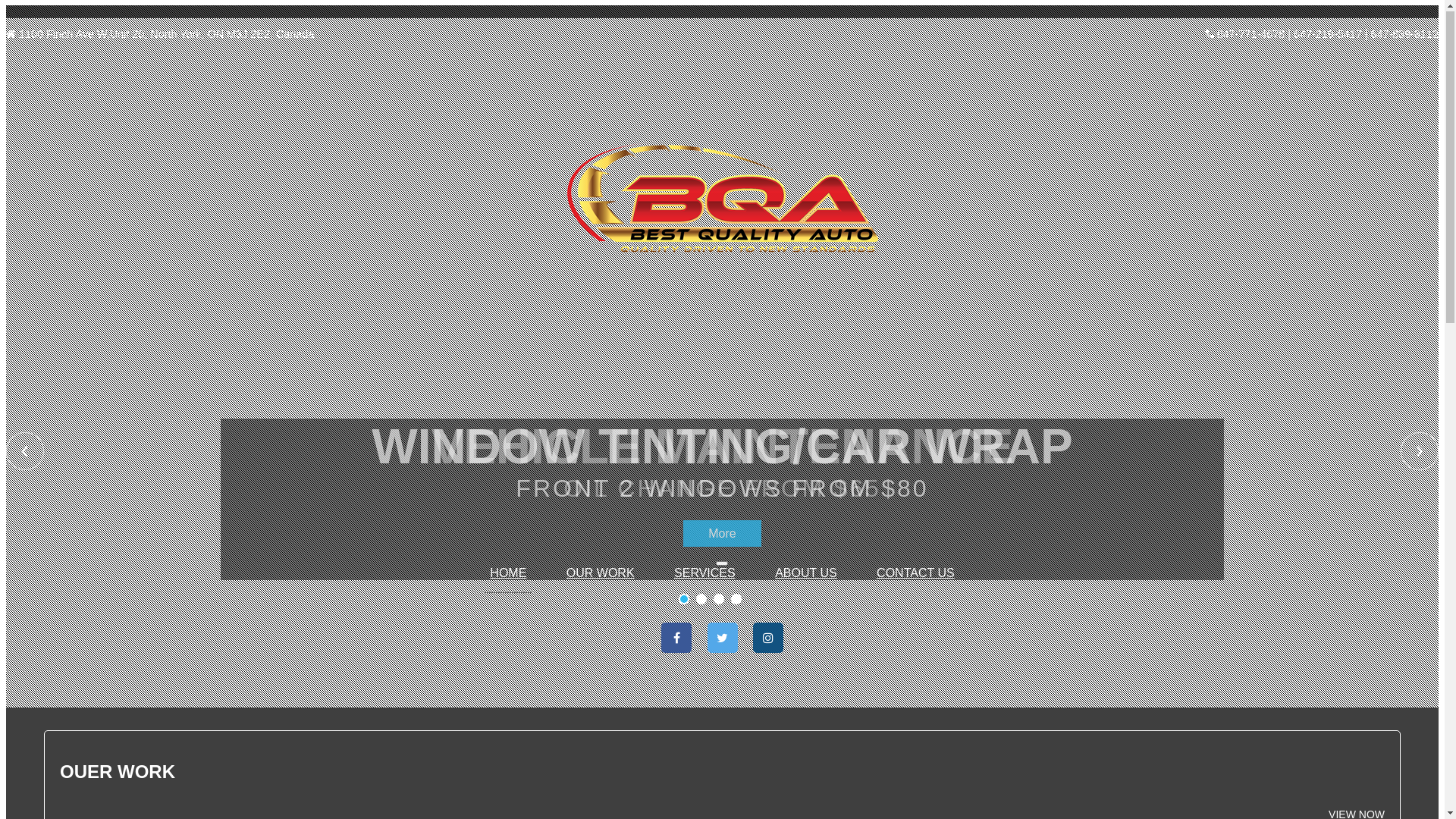 This screenshot has width=1456, height=819. Describe the element at coordinates (805, 573) in the screenshot. I see `'ABOUT US'` at that location.